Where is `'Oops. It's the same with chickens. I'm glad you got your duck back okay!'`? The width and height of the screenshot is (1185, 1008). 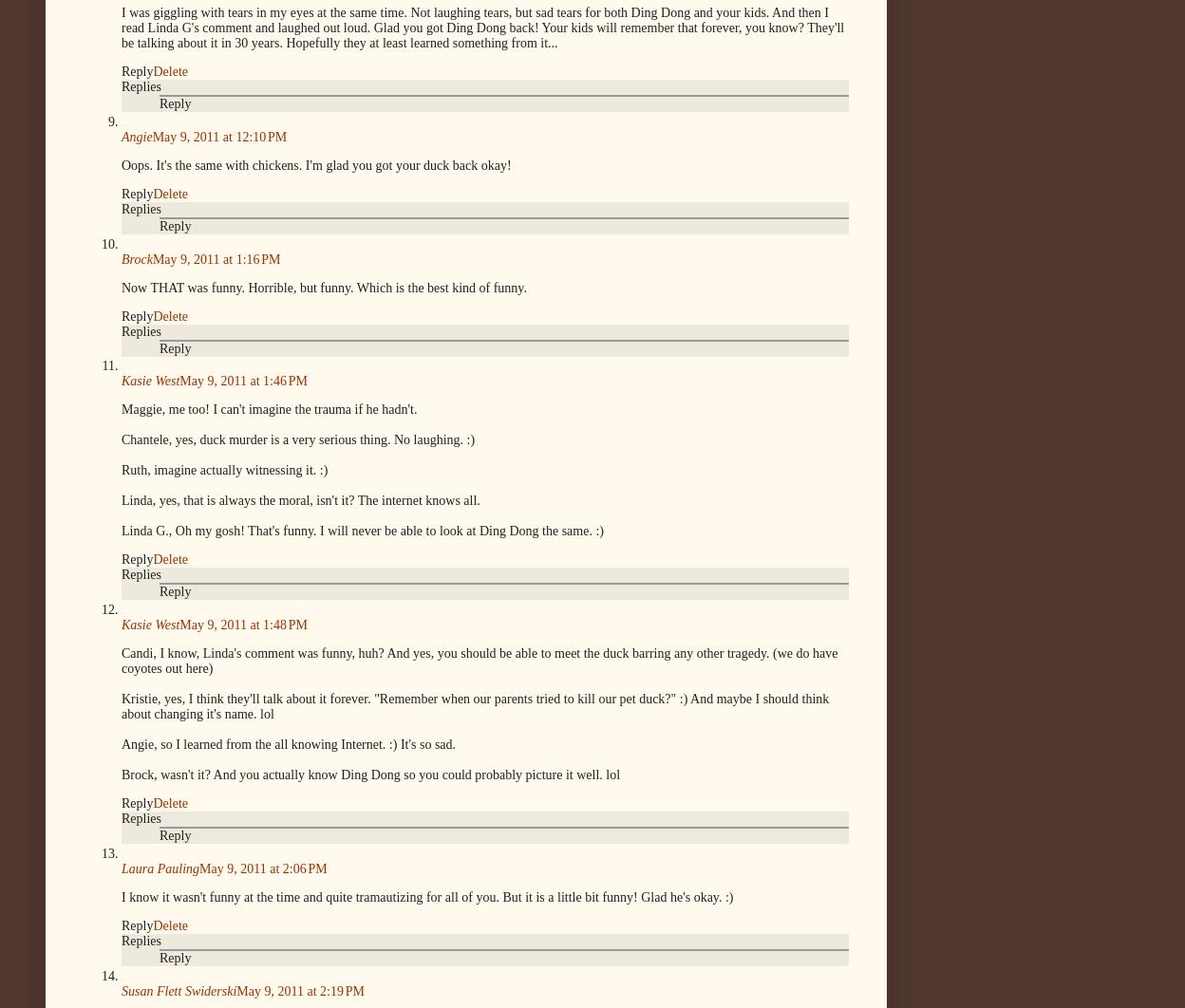 'Oops. It's the same with chickens. I'm glad you got your duck back okay!' is located at coordinates (315, 164).